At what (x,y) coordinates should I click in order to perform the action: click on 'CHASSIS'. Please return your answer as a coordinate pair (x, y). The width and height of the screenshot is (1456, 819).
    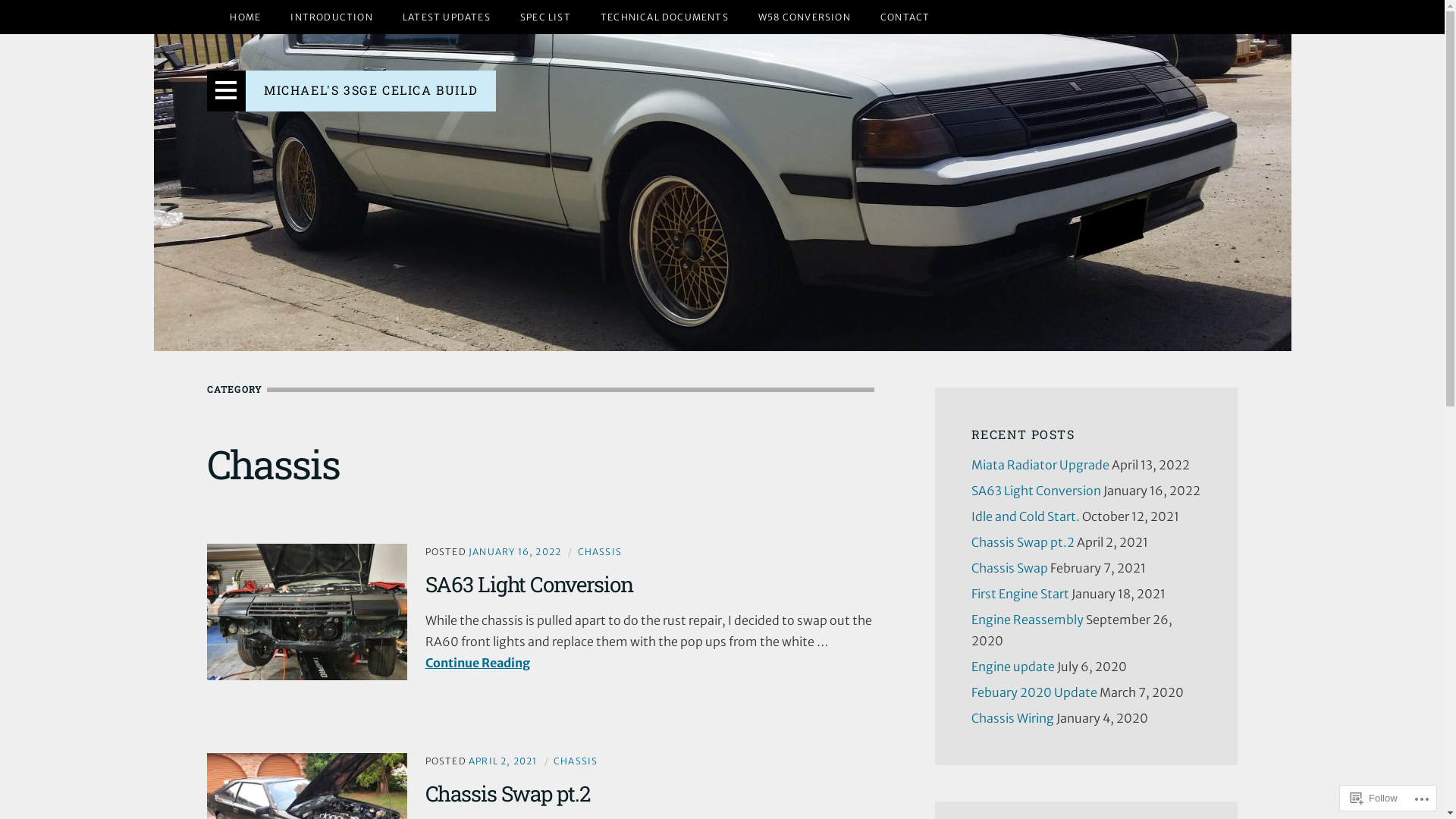
    Looking at the image, I should click on (577, 551).